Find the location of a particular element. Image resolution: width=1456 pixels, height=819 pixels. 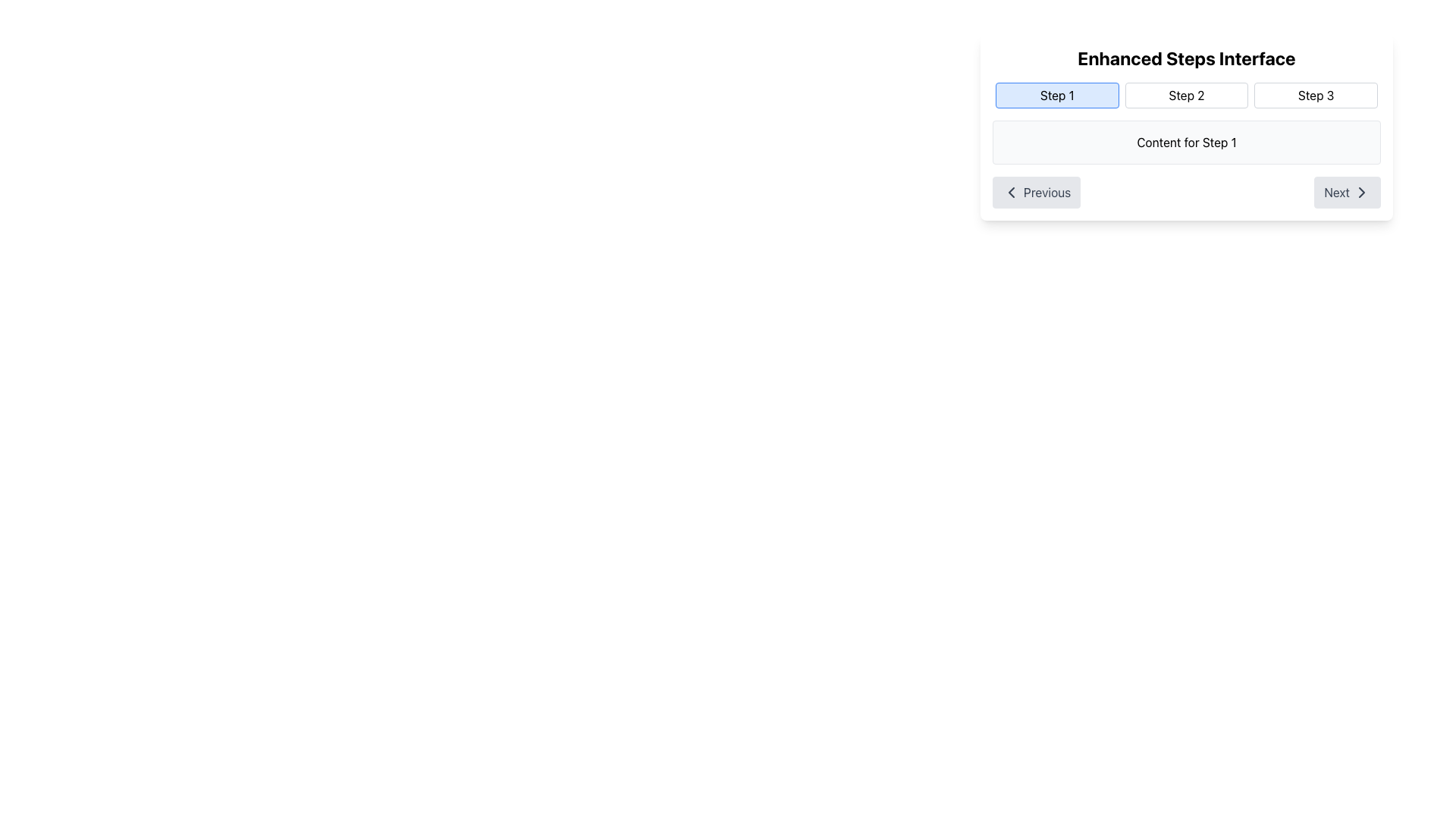

the 'Previous' button that contains the left-pointing chevron icon is located at coordinates (1012, 192).